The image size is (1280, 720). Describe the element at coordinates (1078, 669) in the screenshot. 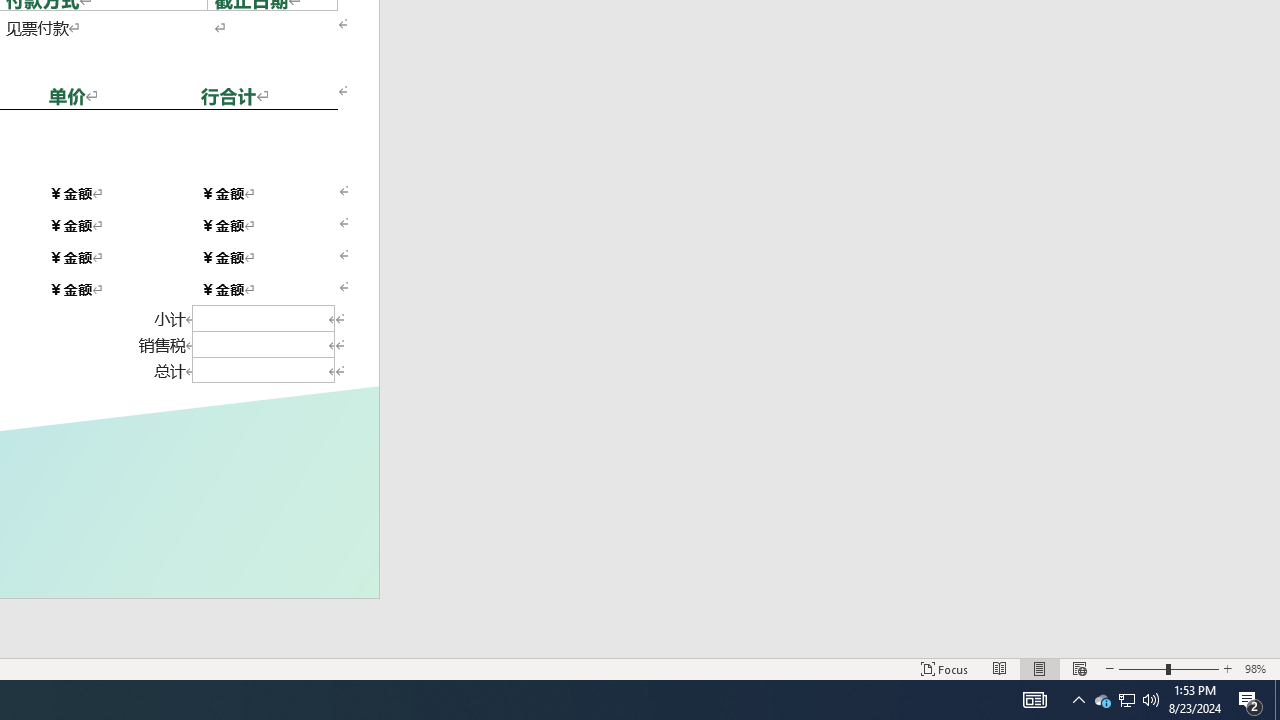

I see `'Web Layout'` at that location.